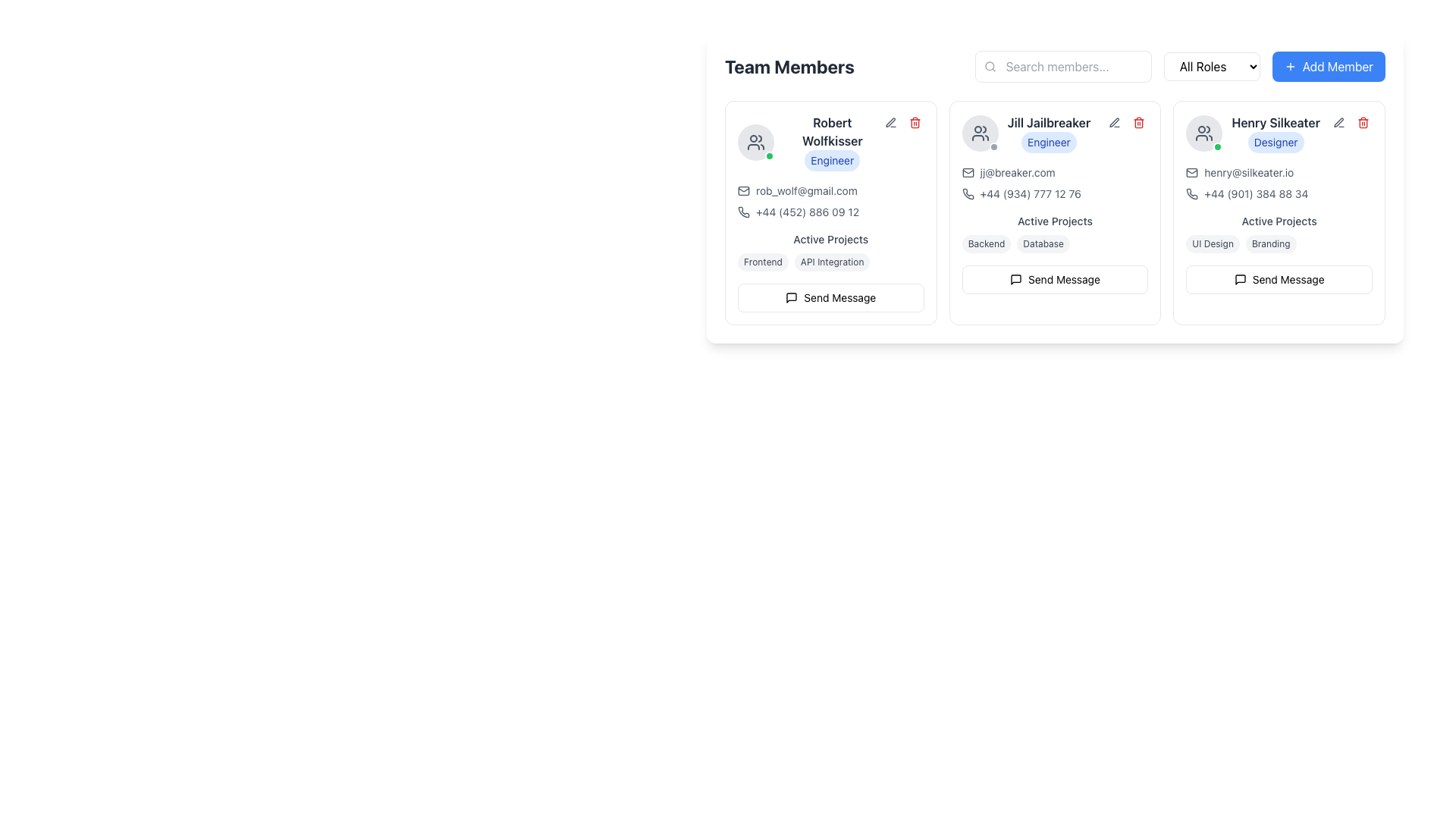 The height and width of the screenshot is (819, 1456). Describe the element at coordinates (1279, 243) in the screenshot. I see `the Label group containing 'UI Design' and 'Branding' text items, located at the bottom-right of Henry Silkeater's Active Projects card` at that location.